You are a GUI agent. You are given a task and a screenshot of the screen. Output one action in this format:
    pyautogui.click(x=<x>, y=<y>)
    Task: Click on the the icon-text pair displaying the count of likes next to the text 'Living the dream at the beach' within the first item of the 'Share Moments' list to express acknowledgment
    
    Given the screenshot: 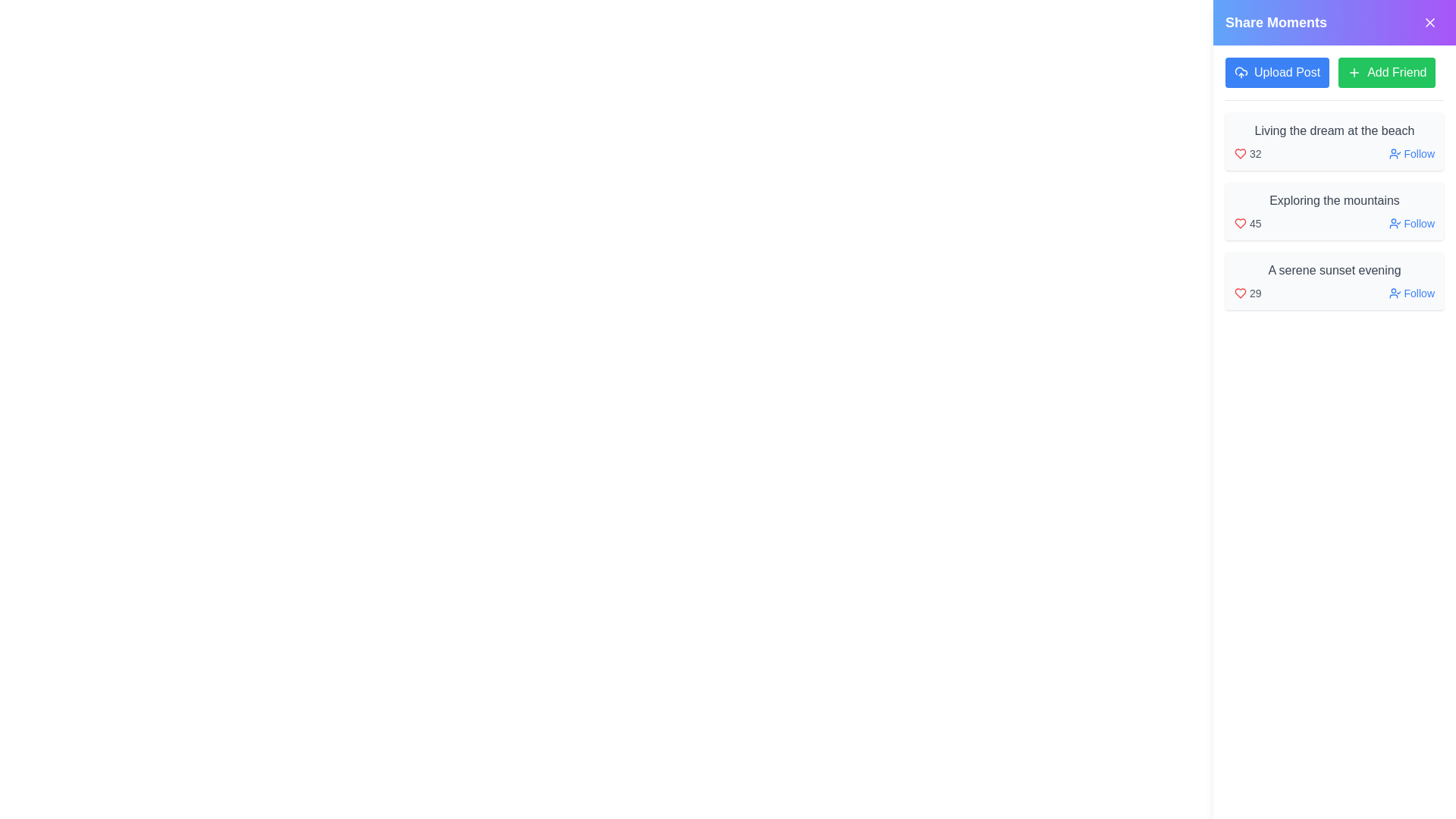 What is the action you would take?
    pyautogui.click(x=1247, y=154)
    